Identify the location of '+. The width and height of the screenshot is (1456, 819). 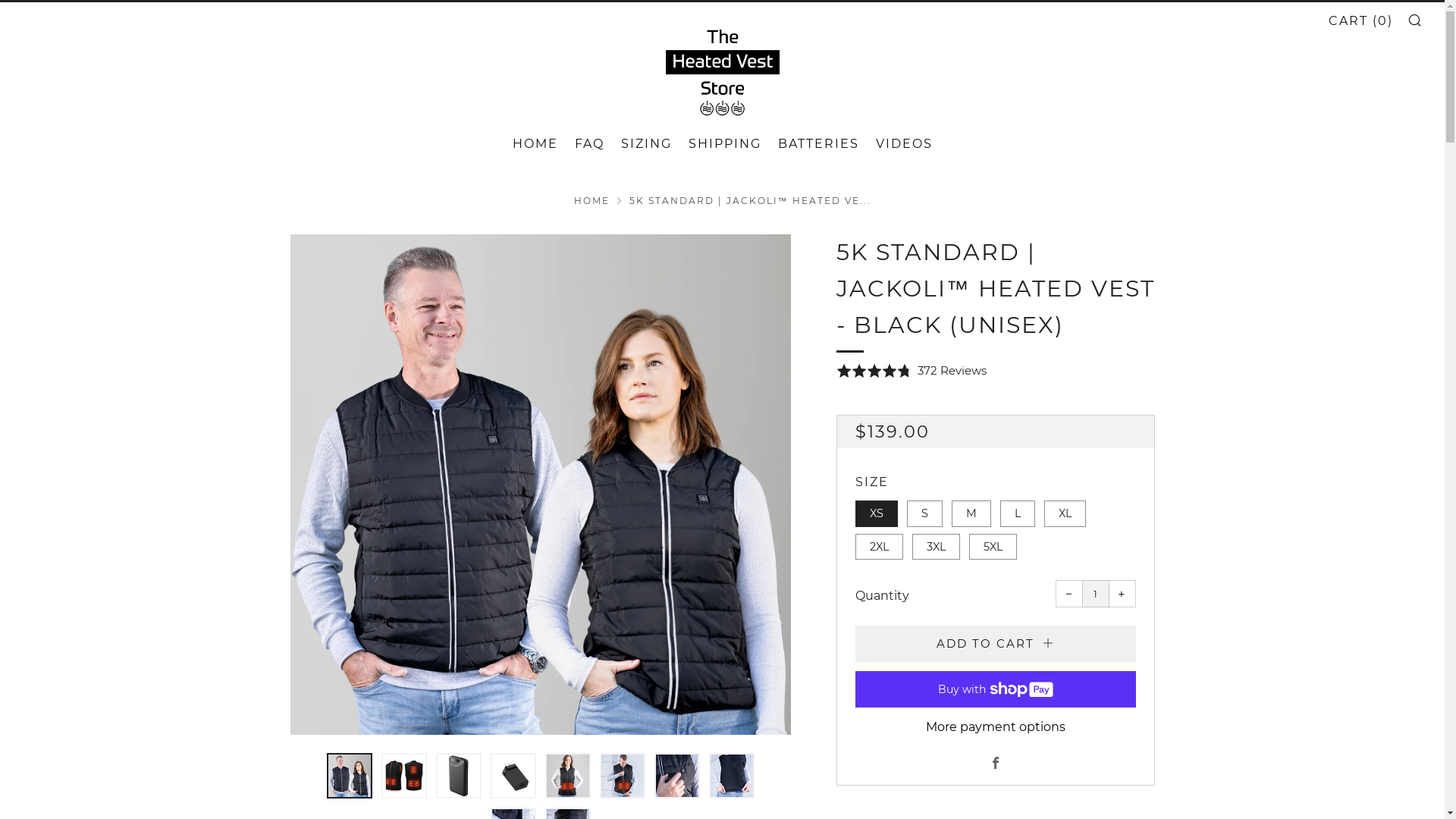
(1122, 593).